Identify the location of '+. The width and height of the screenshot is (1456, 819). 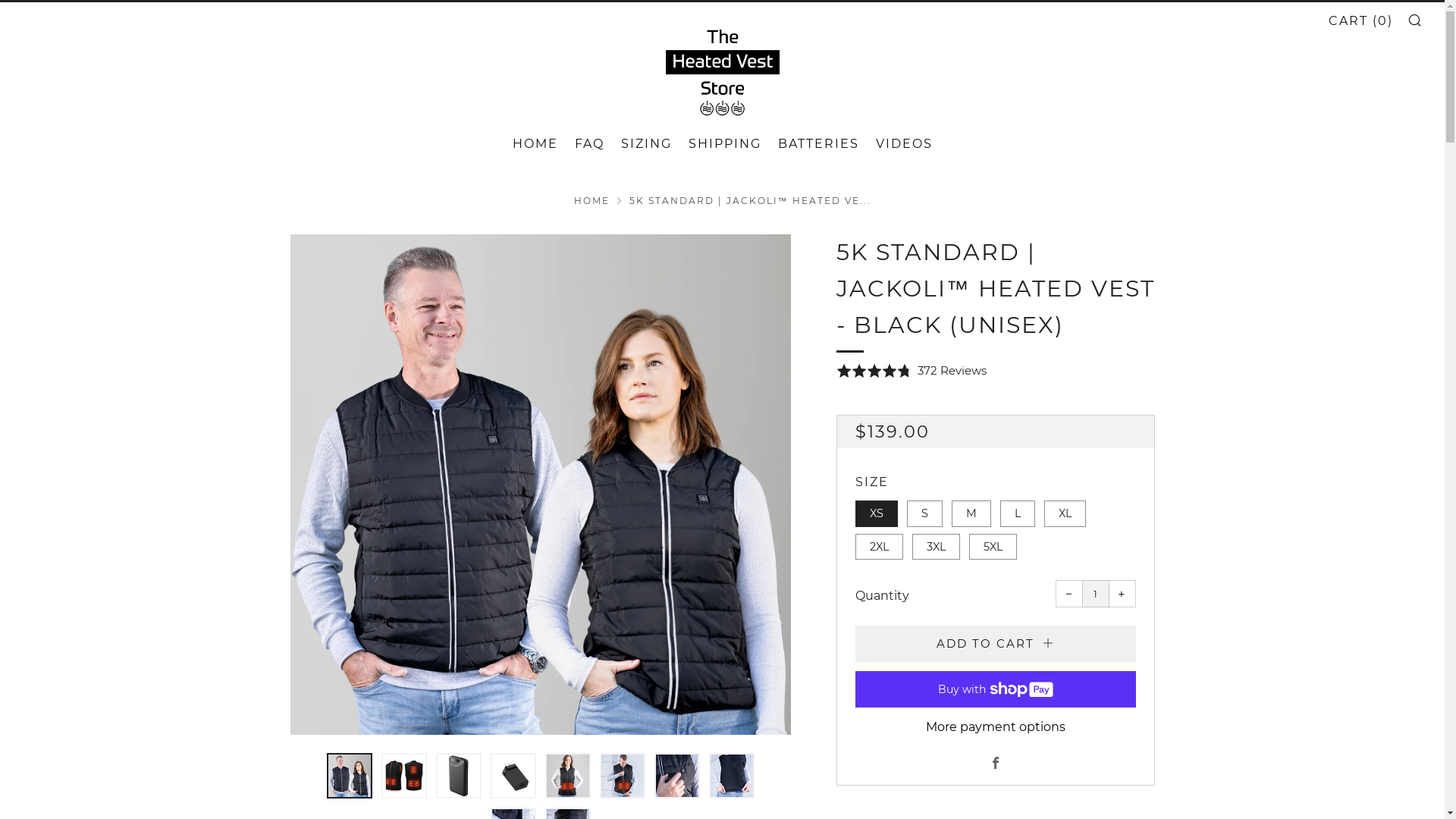
(1122, 593).